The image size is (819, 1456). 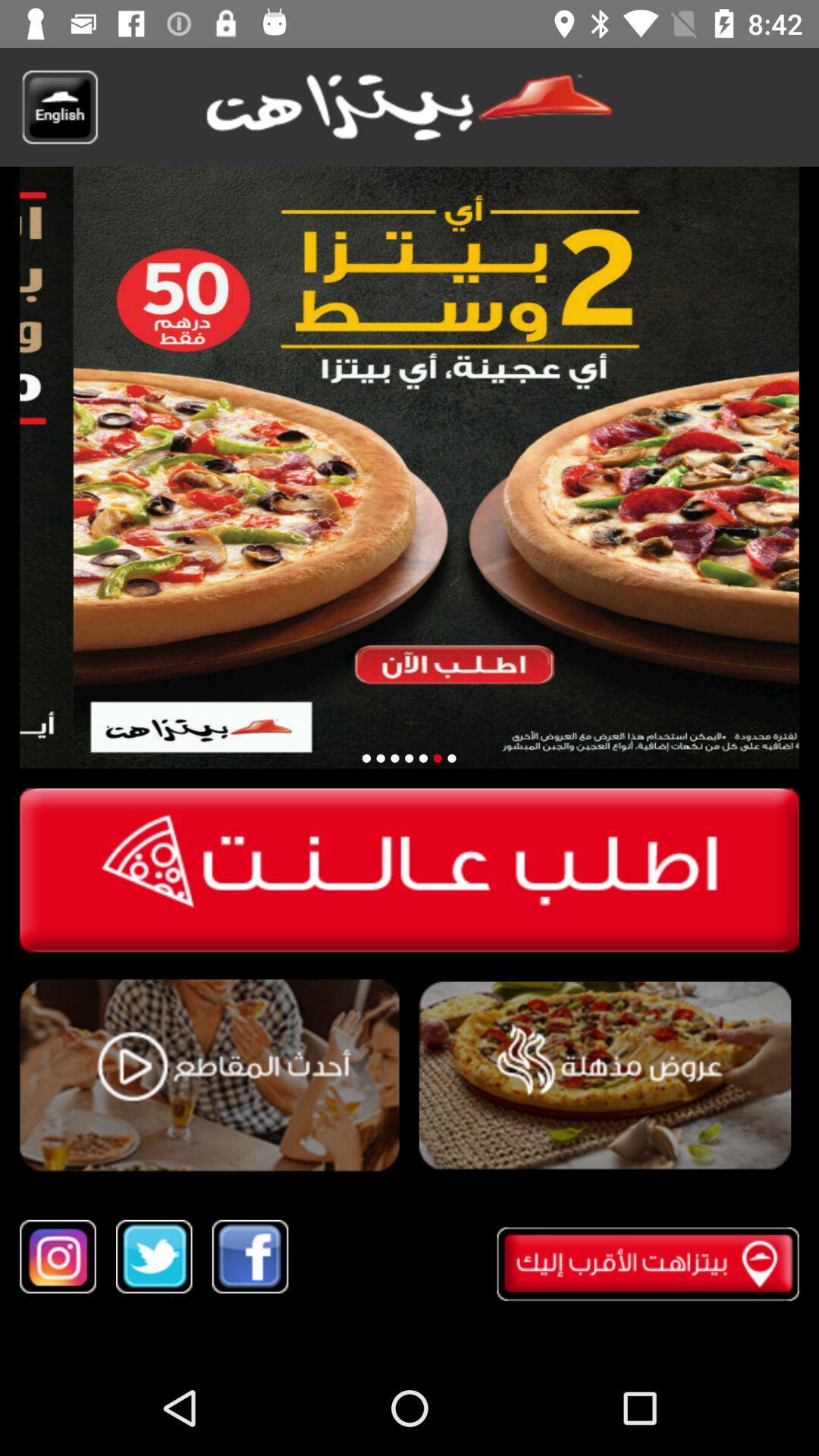 What do you see at coordinates (438, 758) in the screenshot?
I see `the 5th special` at bounding box center [438, 758].